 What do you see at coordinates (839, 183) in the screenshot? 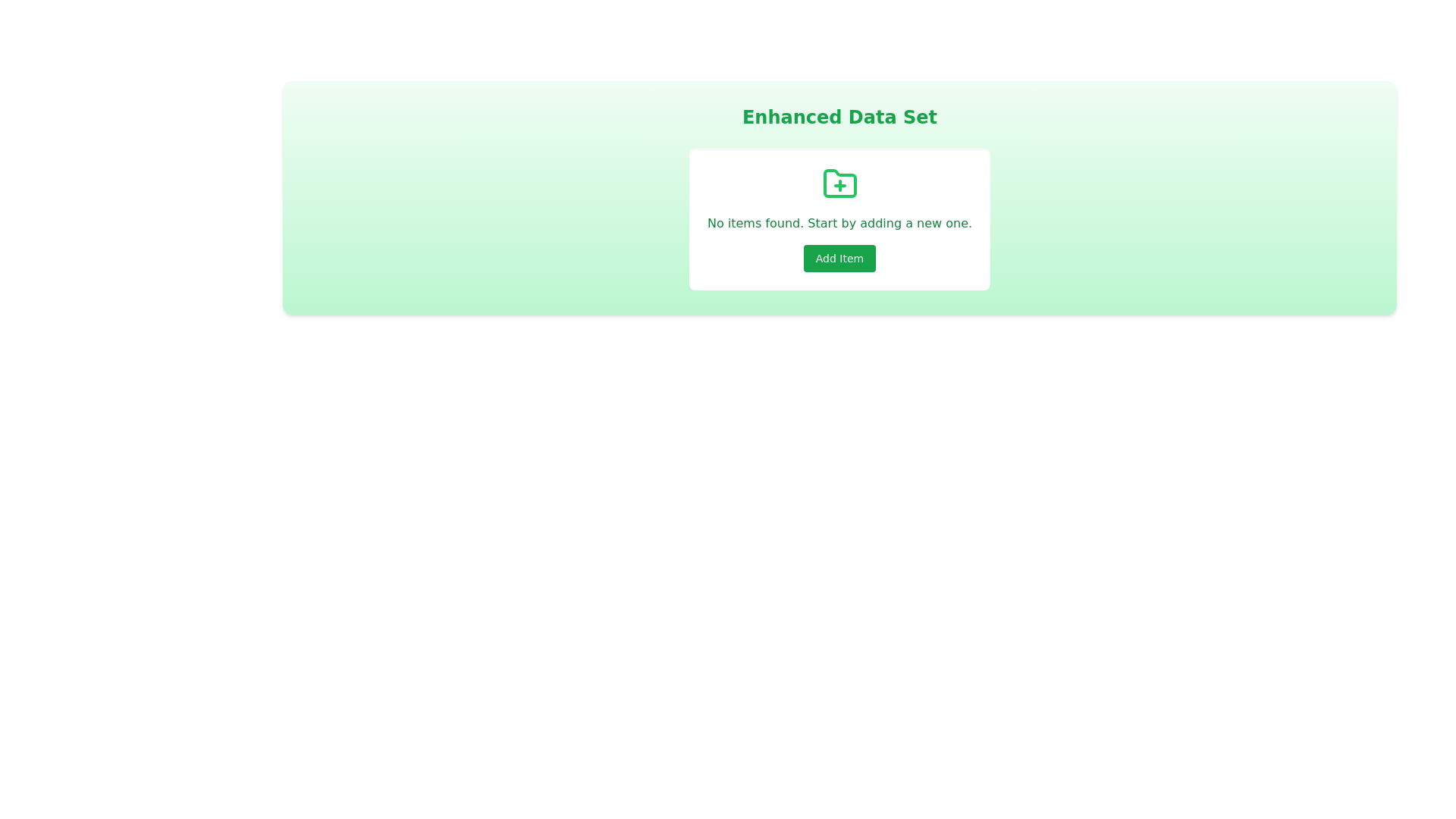
I see `the background folder icon with a plus sign, which is located at the center of the interface within a white rectangular area containing text and a button below it` at bounding box center [839, 183].